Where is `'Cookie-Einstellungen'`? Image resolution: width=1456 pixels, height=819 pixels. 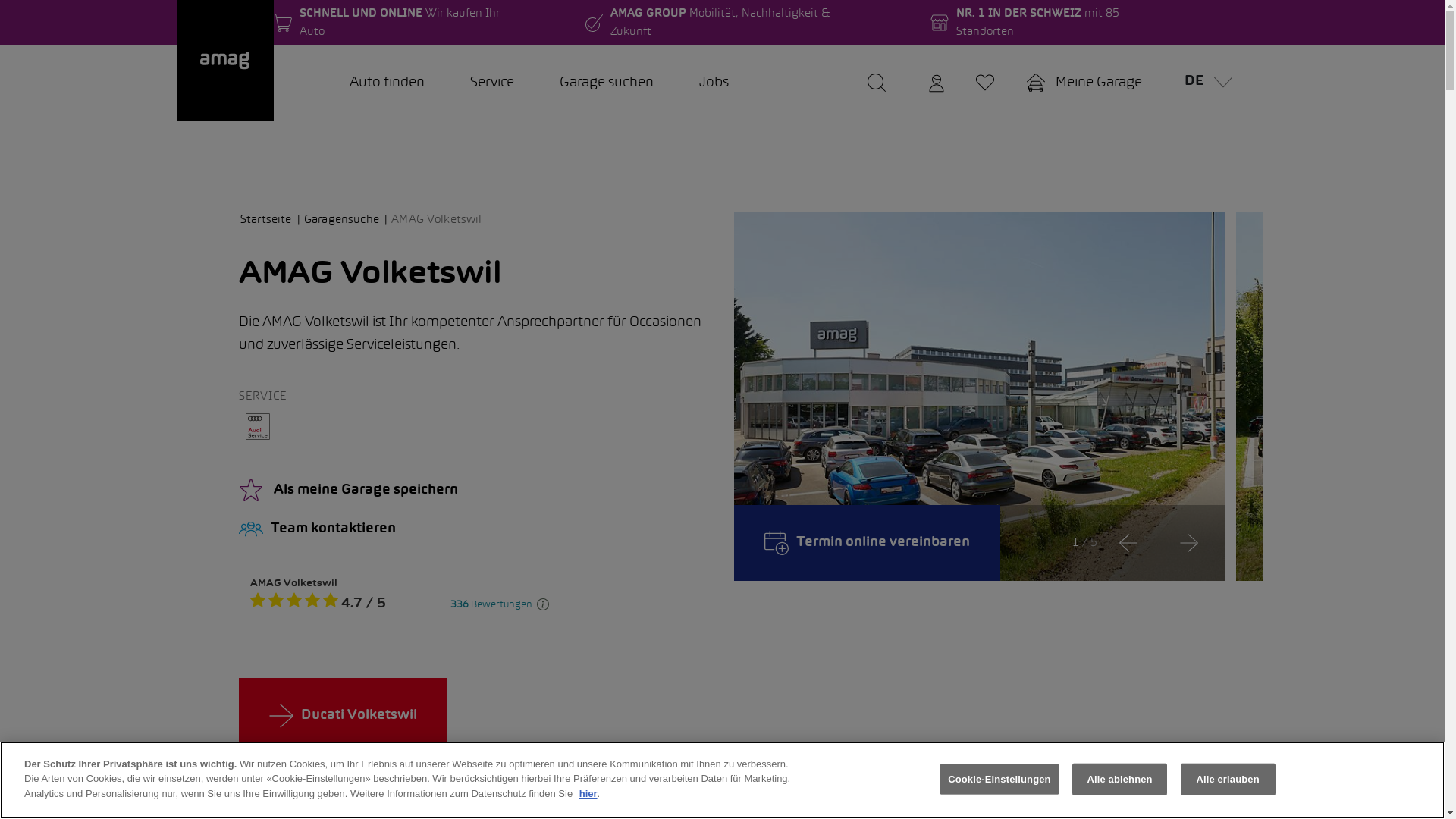 'Cookie-Einstellungen' is located at coordinates (999, 780).